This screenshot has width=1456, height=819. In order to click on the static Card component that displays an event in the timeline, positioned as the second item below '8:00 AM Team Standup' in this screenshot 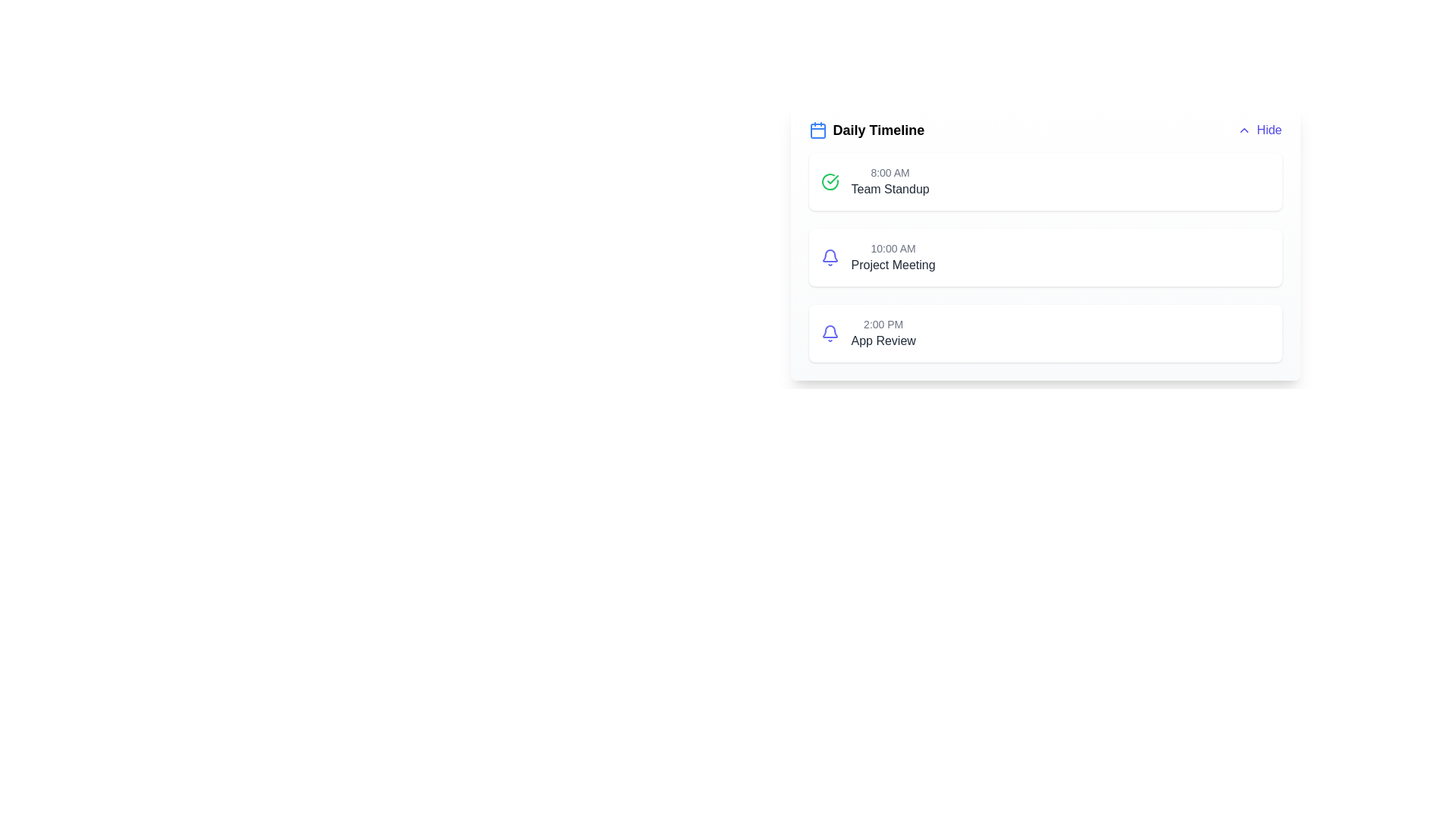, I will do `click(1044, 256)`.